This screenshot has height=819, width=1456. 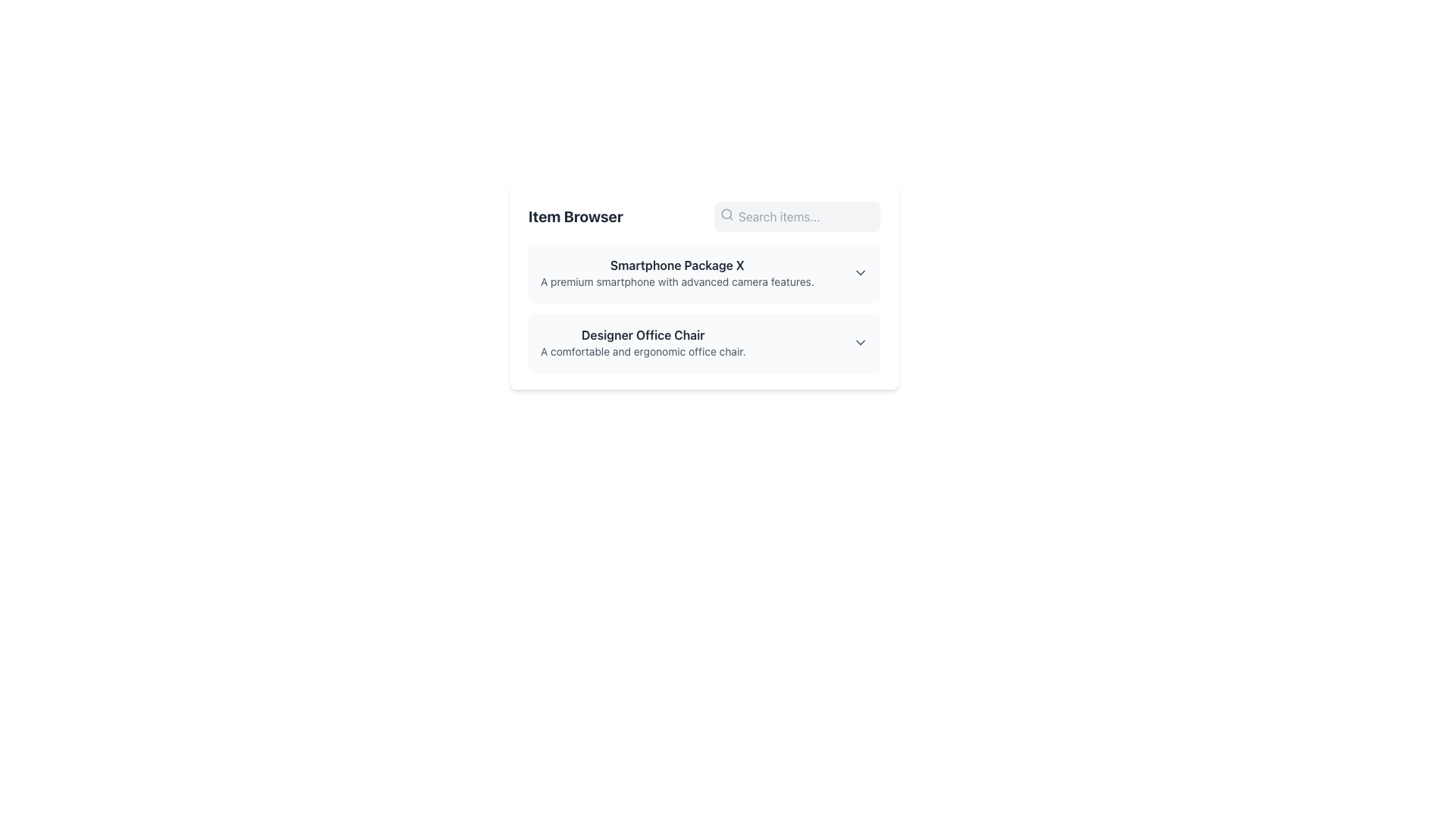 What do you see at coordinates (676, 281) in the screenshot?
I see `the text label that describes the 'Smartphone Package X' product, which emphasizes its advanced camera capabilities and is located under the title 'Smartphone Package X'` at bounding box center [676, 281].